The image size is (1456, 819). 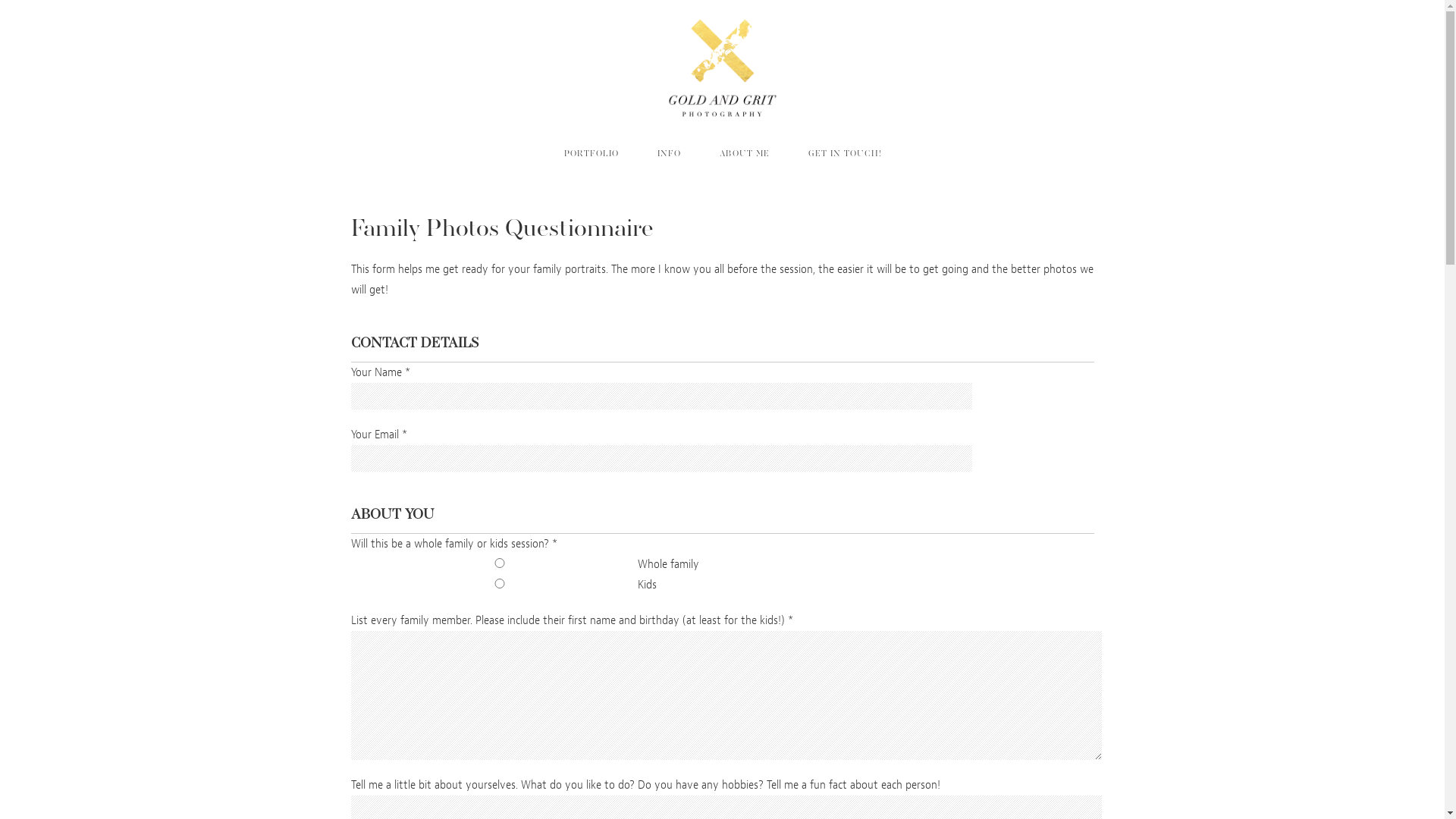 What do you see at coordinates (668, 152) in the screenshot?
I see `'INFO'` at bounding box center [668, 152].